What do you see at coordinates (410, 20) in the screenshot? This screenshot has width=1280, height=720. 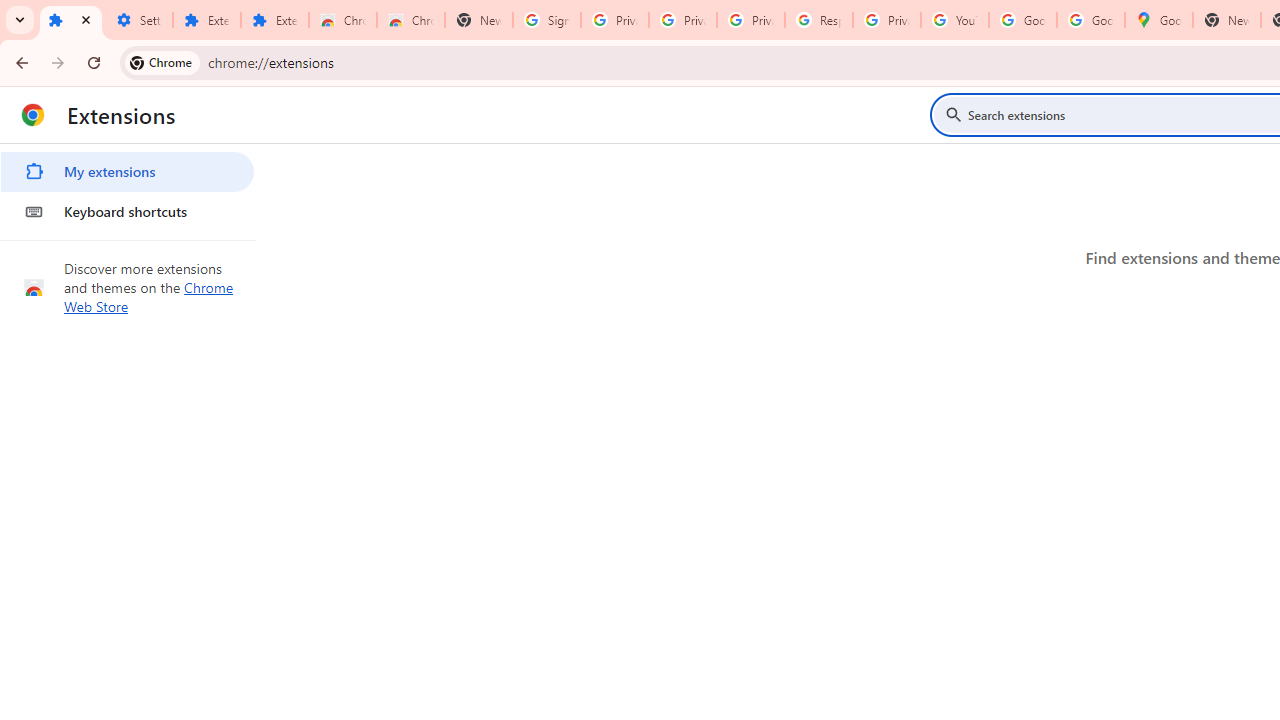 I see `'Chrome Web Store - Themes'` at bounding box center [410, 20].